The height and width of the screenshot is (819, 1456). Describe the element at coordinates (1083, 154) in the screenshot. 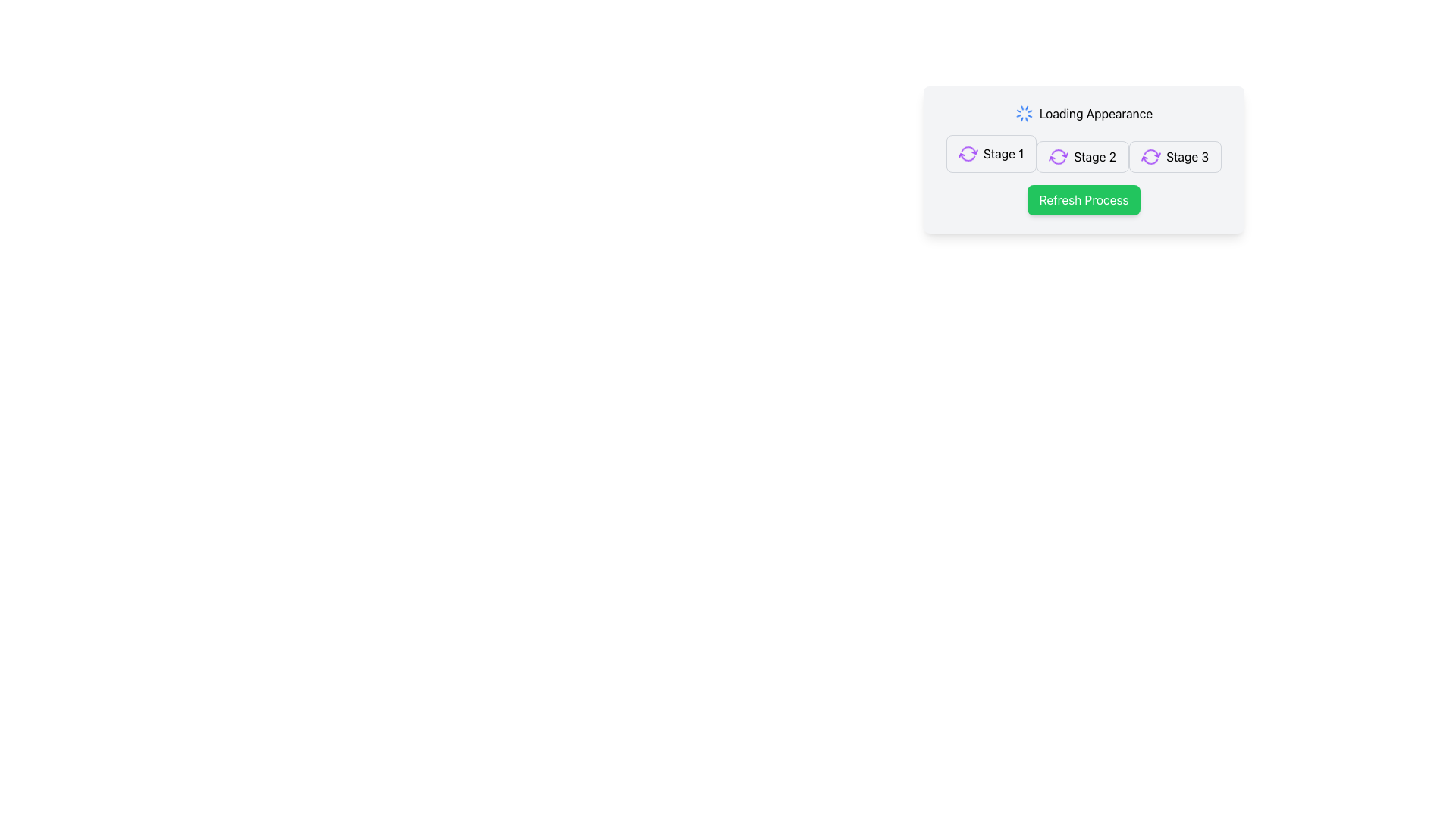

I see `the second stage button within the process representation` at that location.